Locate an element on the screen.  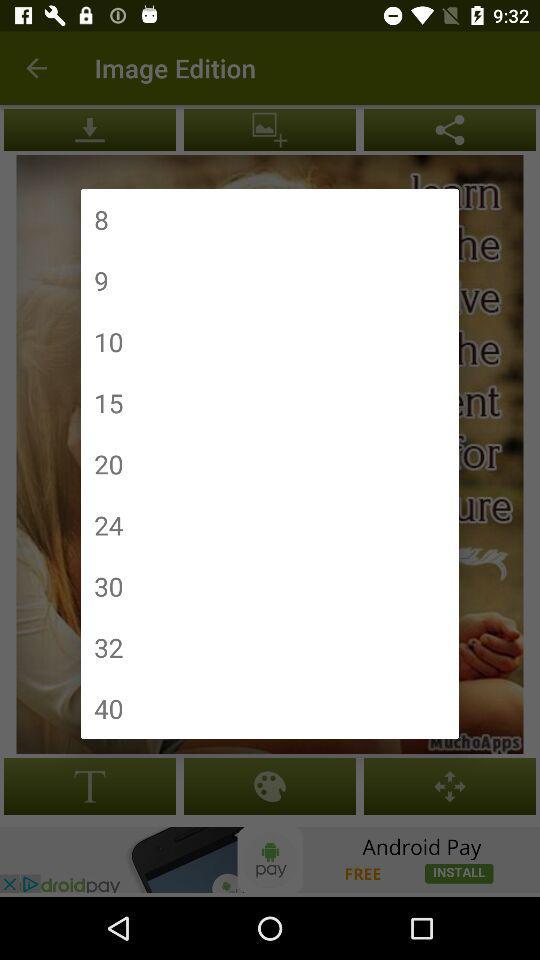
32 icon is located at coordinates (108, 646).